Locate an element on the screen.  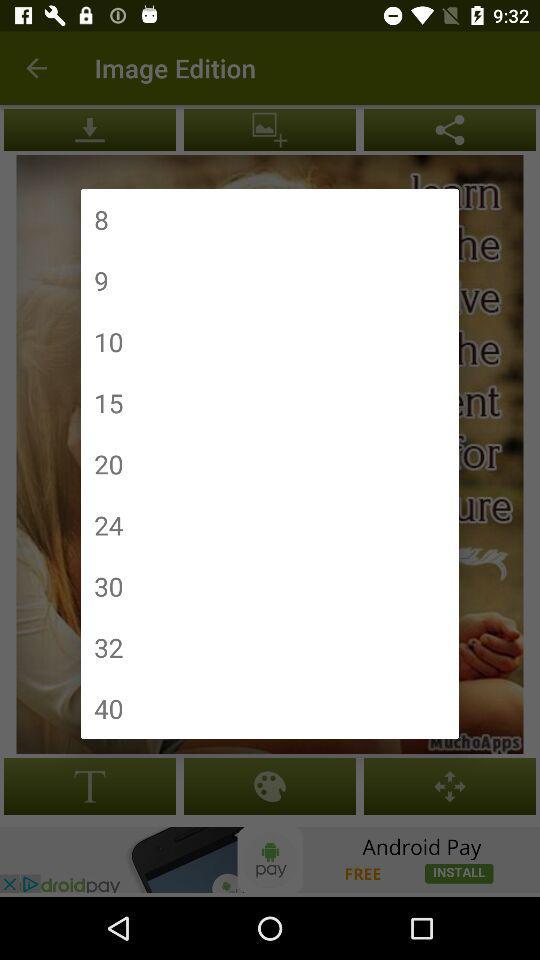
32 icon is located at coordinates (108, 646).